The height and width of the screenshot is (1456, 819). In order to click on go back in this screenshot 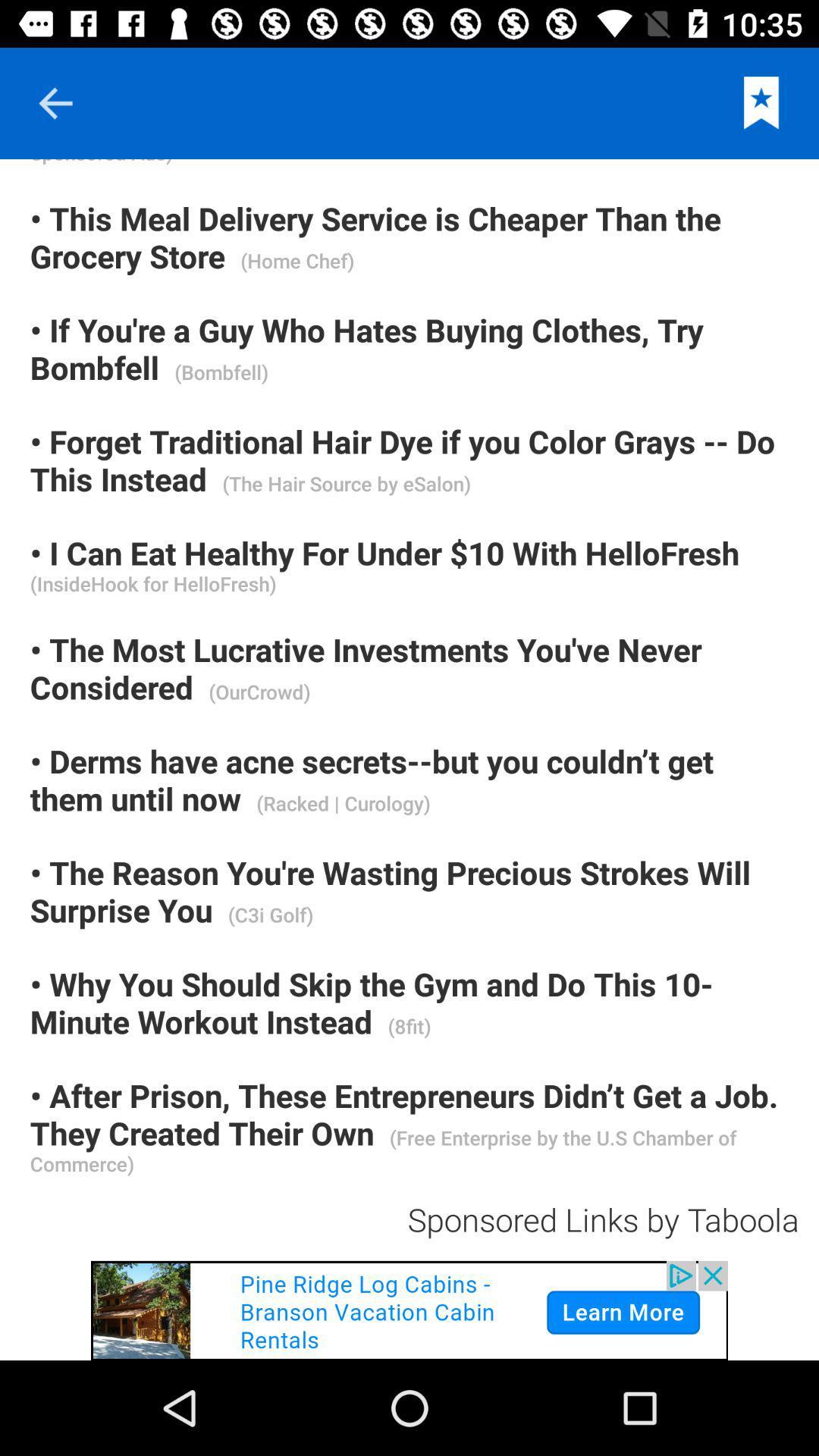, I will do `click(55, 102)`.